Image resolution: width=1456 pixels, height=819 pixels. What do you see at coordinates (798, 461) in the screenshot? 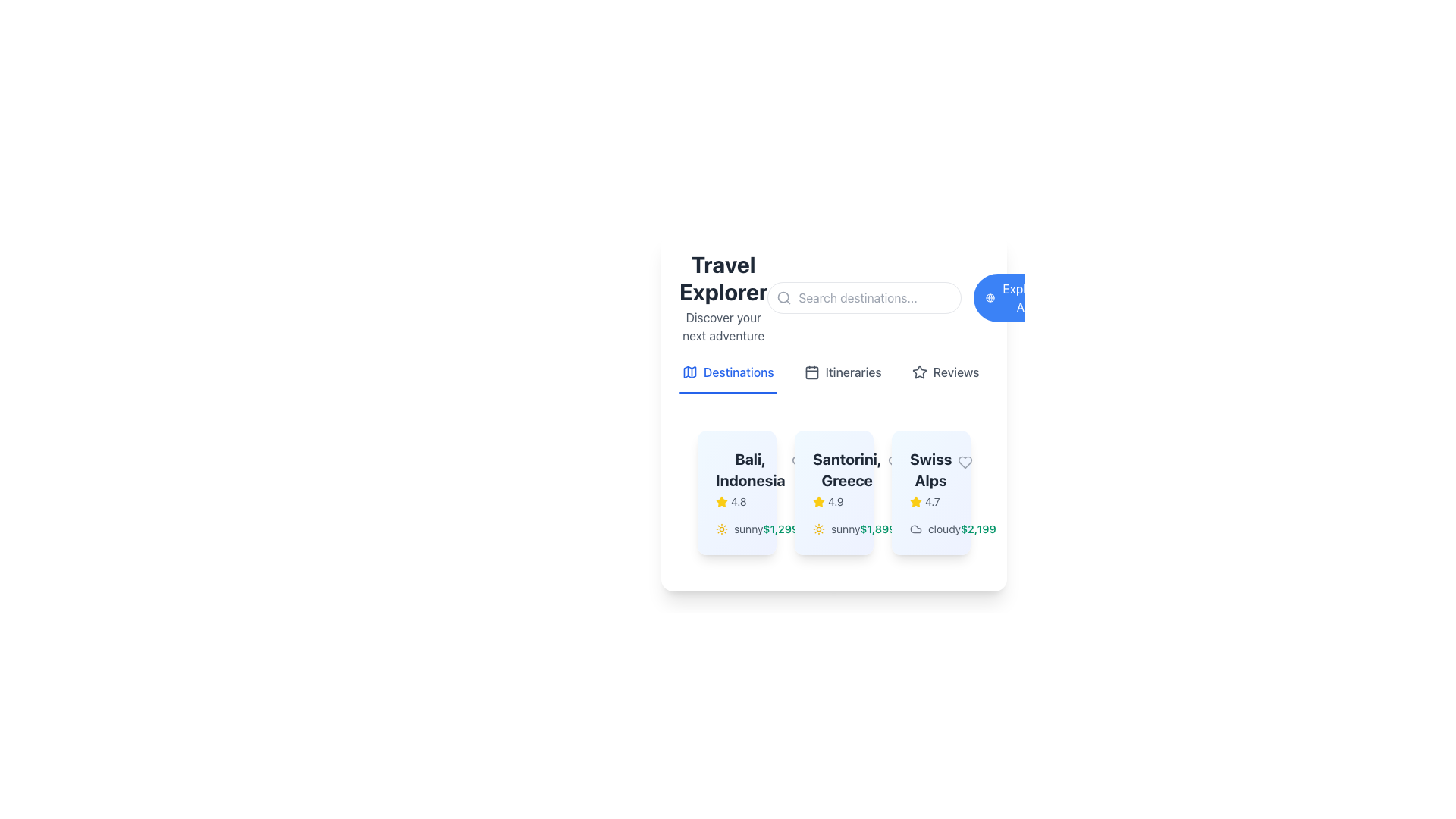
I see `the favorite toggle button for the destination 'Santorini, Greece'` at bounding box center [798, 461].